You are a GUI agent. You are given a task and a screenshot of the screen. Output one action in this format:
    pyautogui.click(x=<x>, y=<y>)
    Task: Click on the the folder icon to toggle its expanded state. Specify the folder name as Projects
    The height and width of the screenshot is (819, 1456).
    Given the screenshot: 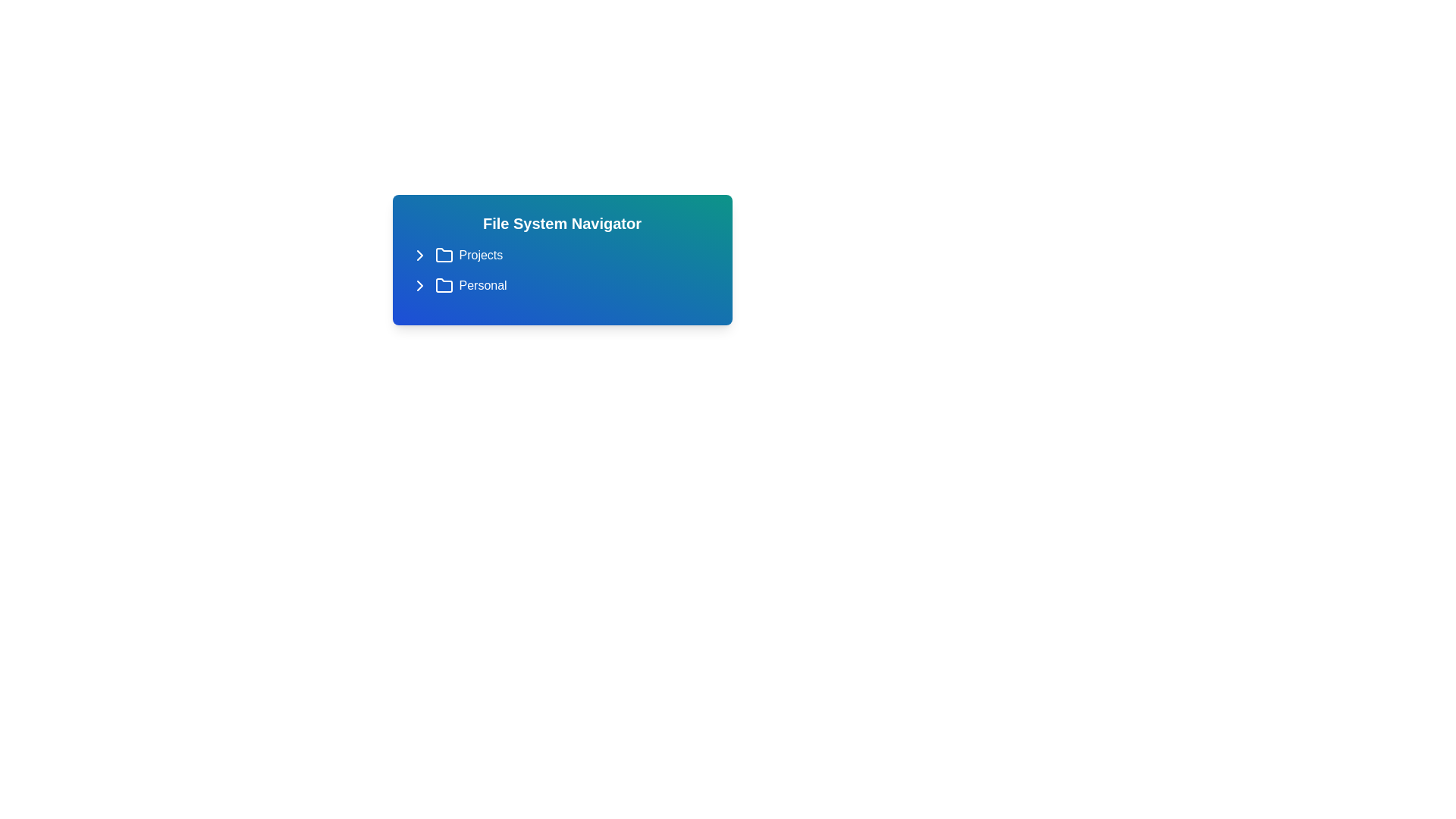 What is the action you would take?
    pyautogui.click(x=419, y=254)
    